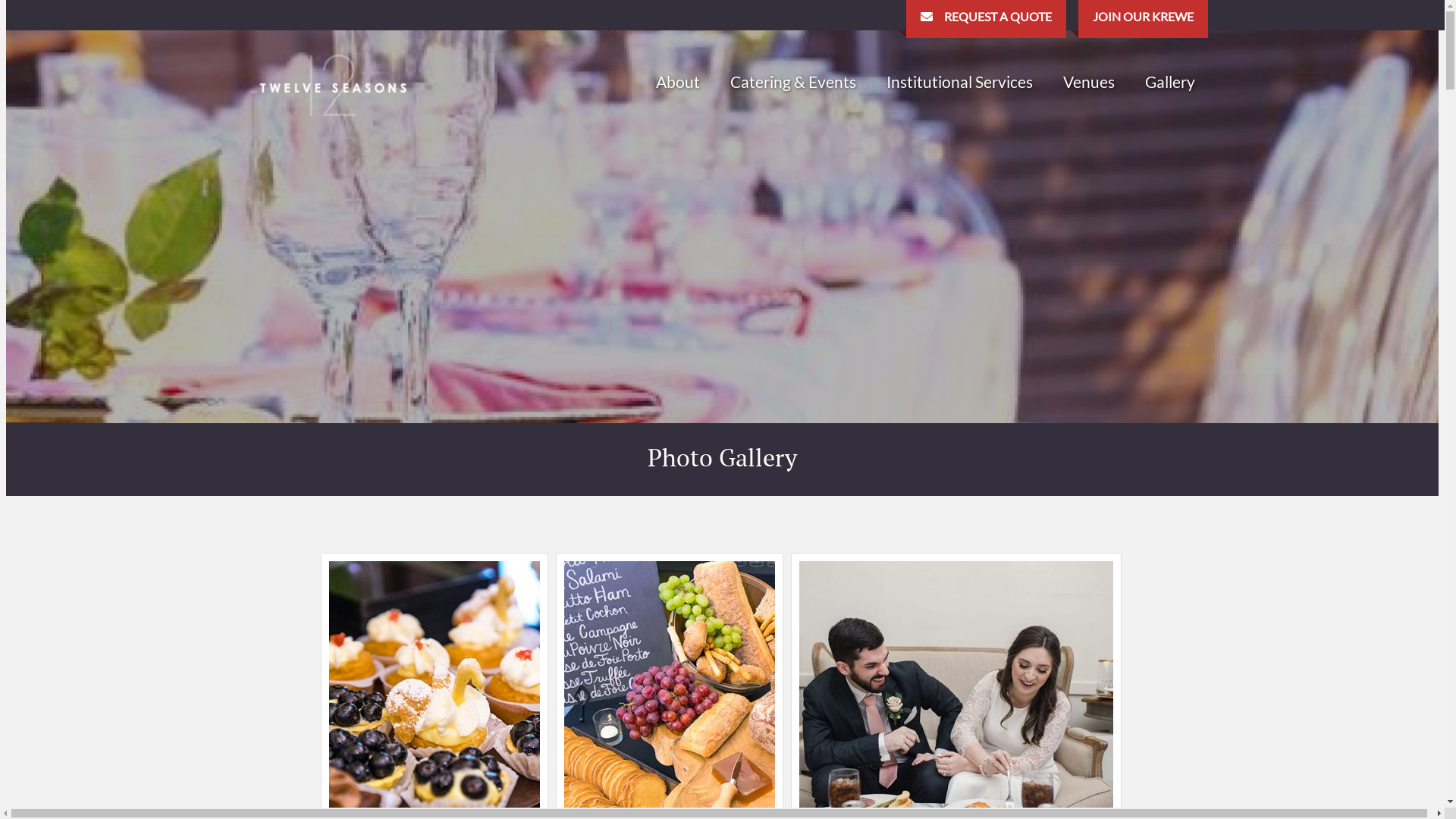  Describe the element at coordinates (1087, 82) in the screenshot. I see `'Venues'` at that location.